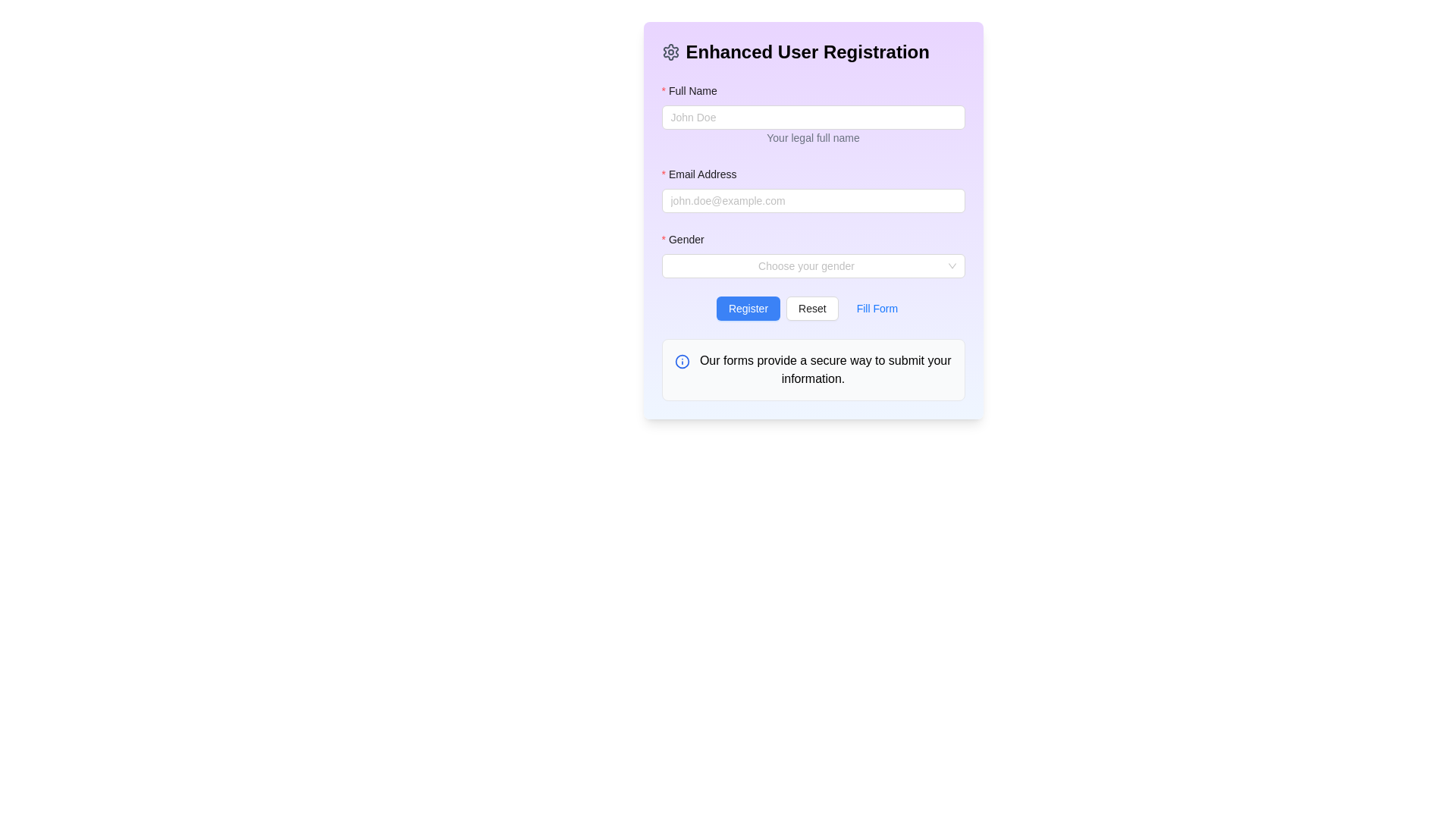 This screenshot has width=1456, height=819. I want to click on information displayed on the 'Full Name' label, which is indicated by a red marker suggesting it is a required input field, so click(812, 93).